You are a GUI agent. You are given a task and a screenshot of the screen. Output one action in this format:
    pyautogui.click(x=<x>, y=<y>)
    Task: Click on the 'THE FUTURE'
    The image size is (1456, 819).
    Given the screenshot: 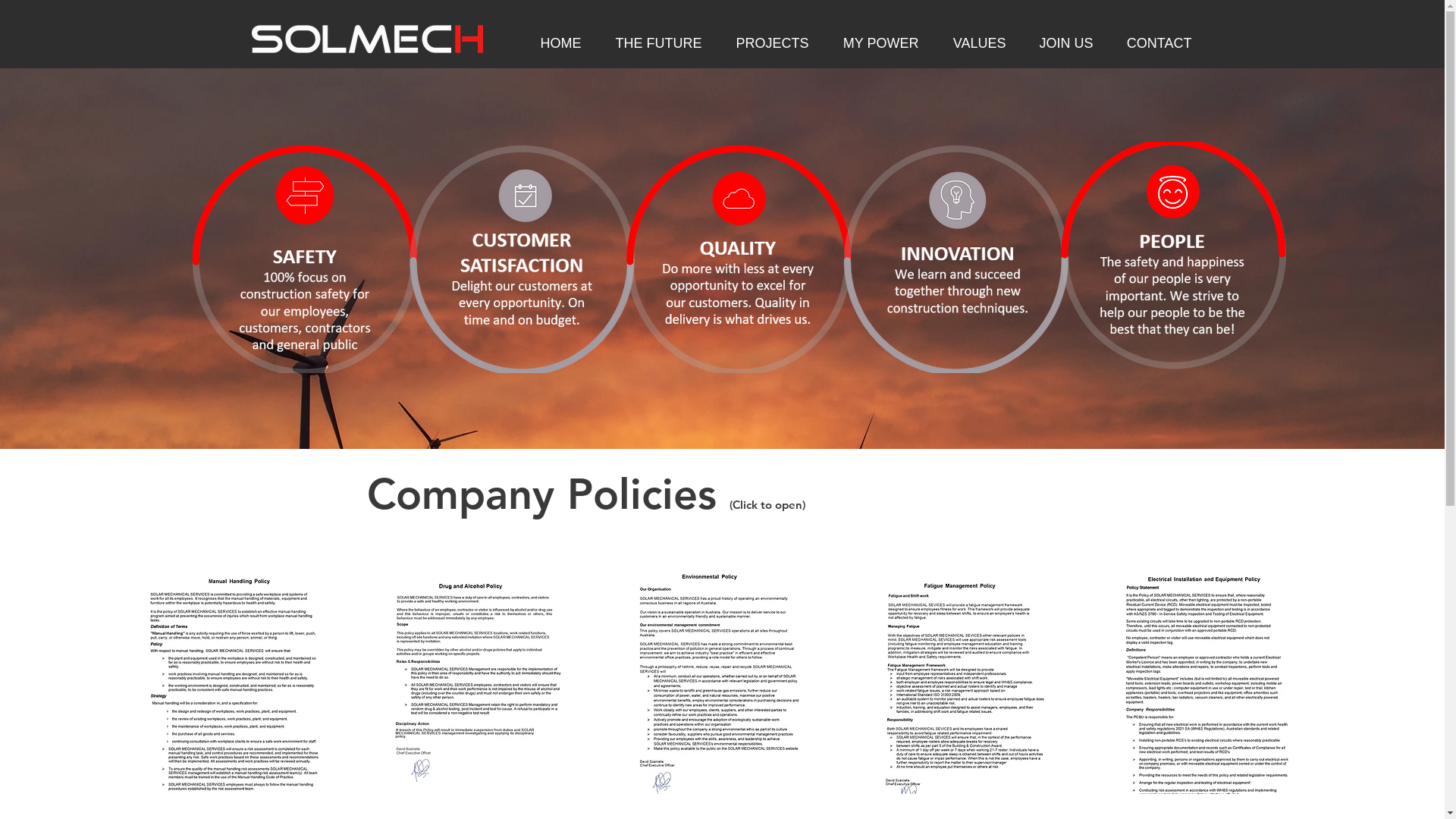 What is the action you would take?
    pyautogui.click(x=653, y=42)
    